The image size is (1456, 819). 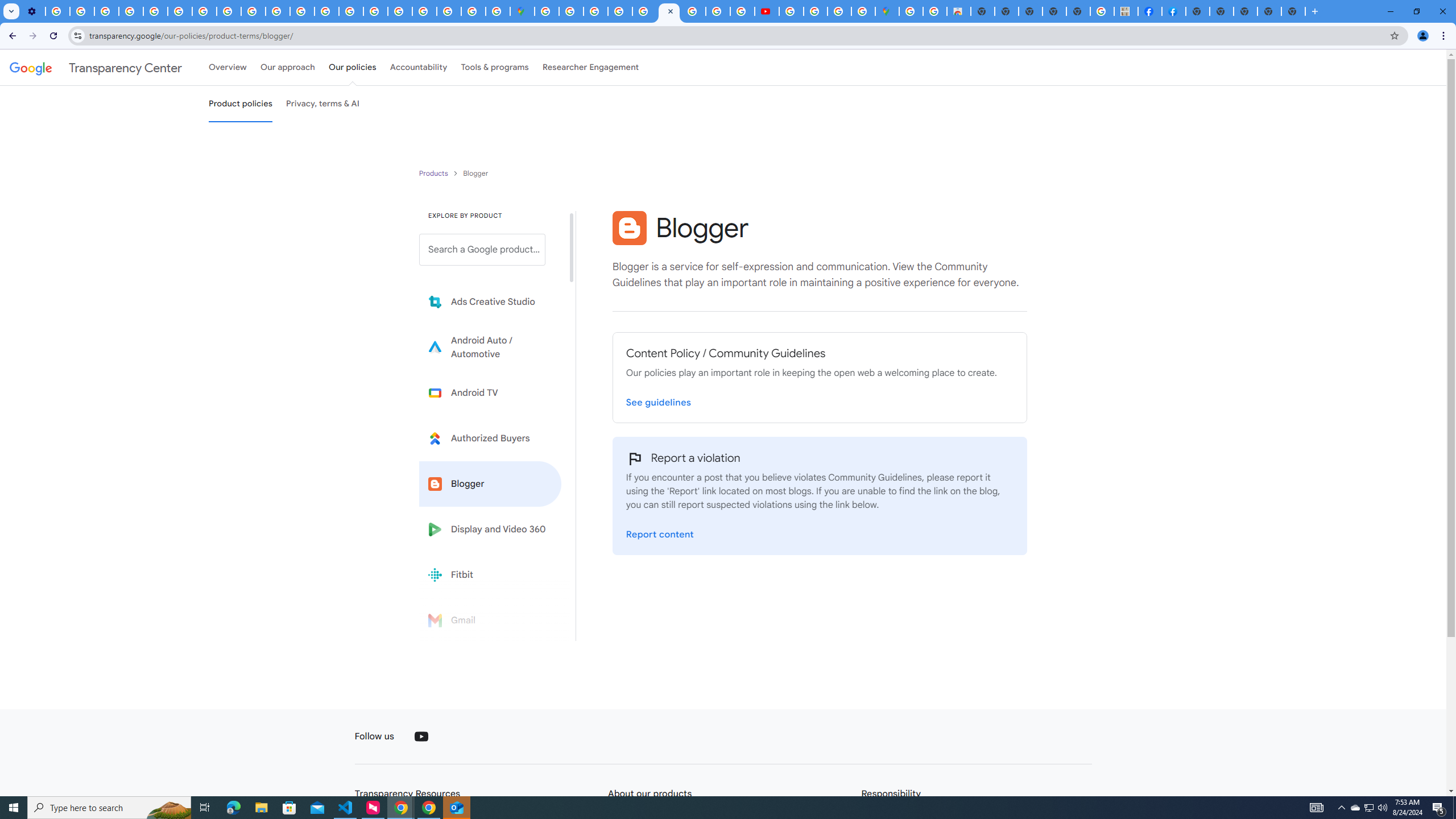 What do you see at coordinates (155, 11) in the screenshot?
I see `'Privacy Help Center - Policies Help'` at bounding box center [155, 11].